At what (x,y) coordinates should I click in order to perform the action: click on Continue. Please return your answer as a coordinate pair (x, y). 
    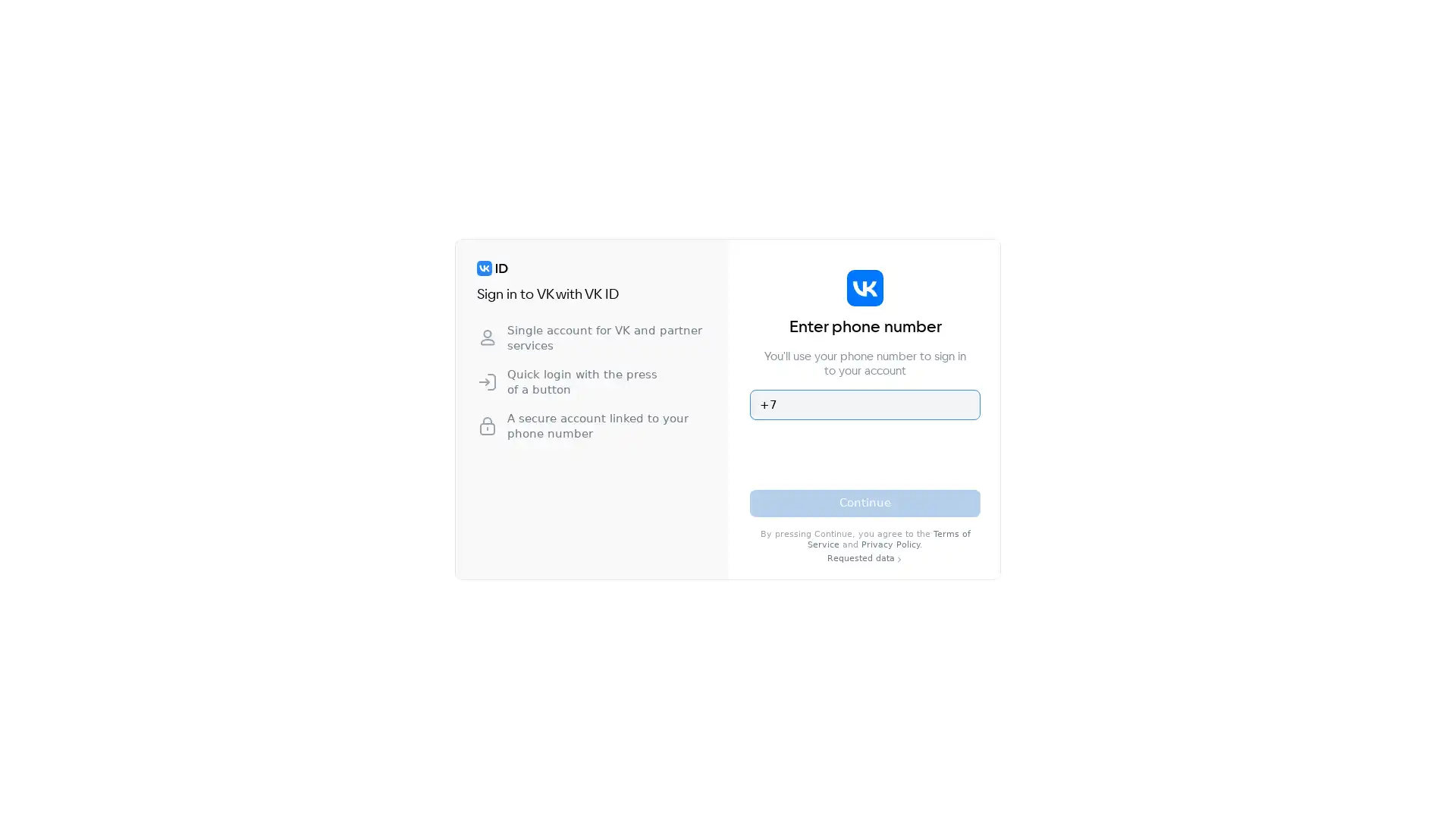
    Looking at the image, I should click on (865, 503).